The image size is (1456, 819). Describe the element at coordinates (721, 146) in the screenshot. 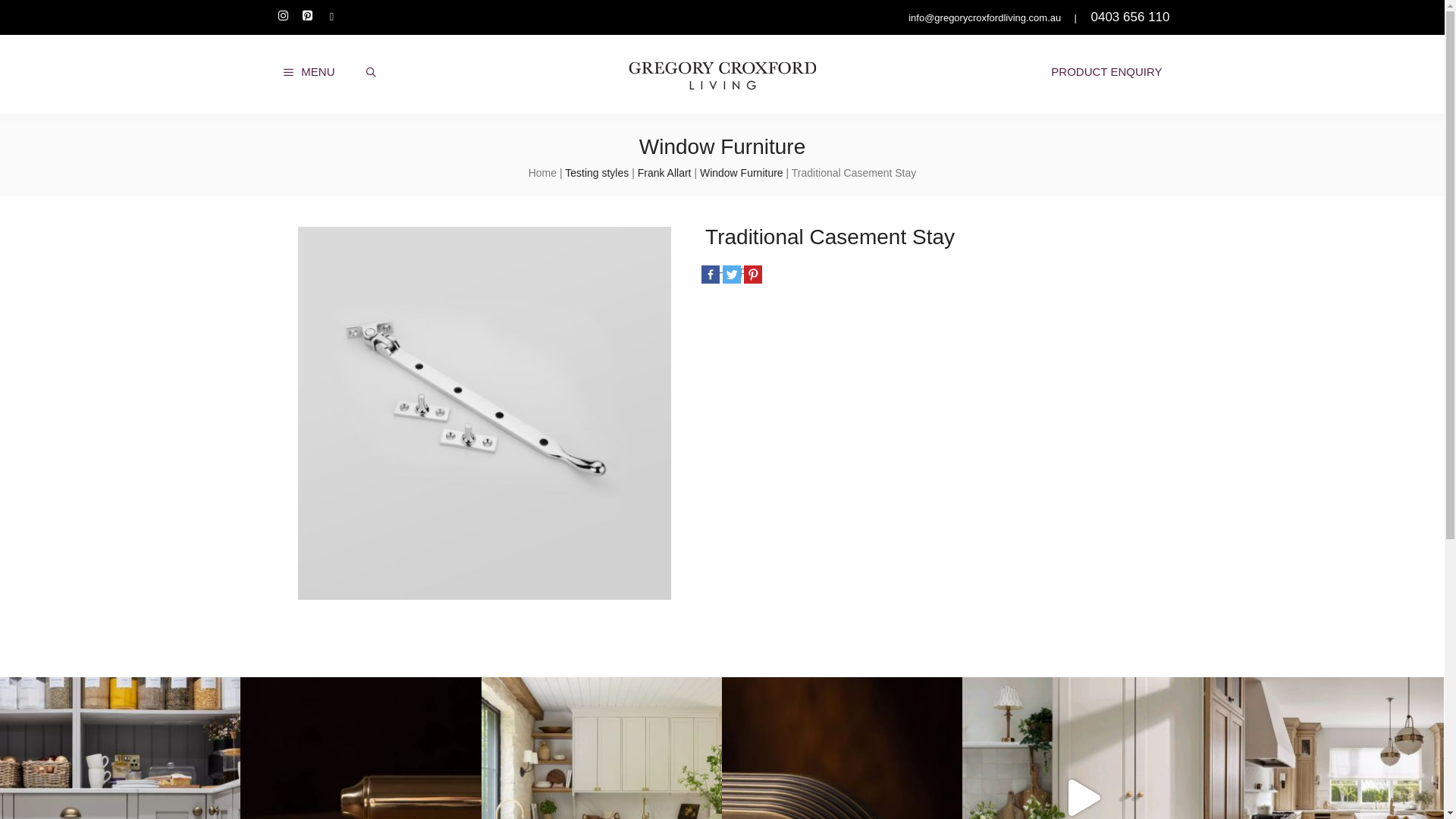

I see `'Window Furniture'` at that location.